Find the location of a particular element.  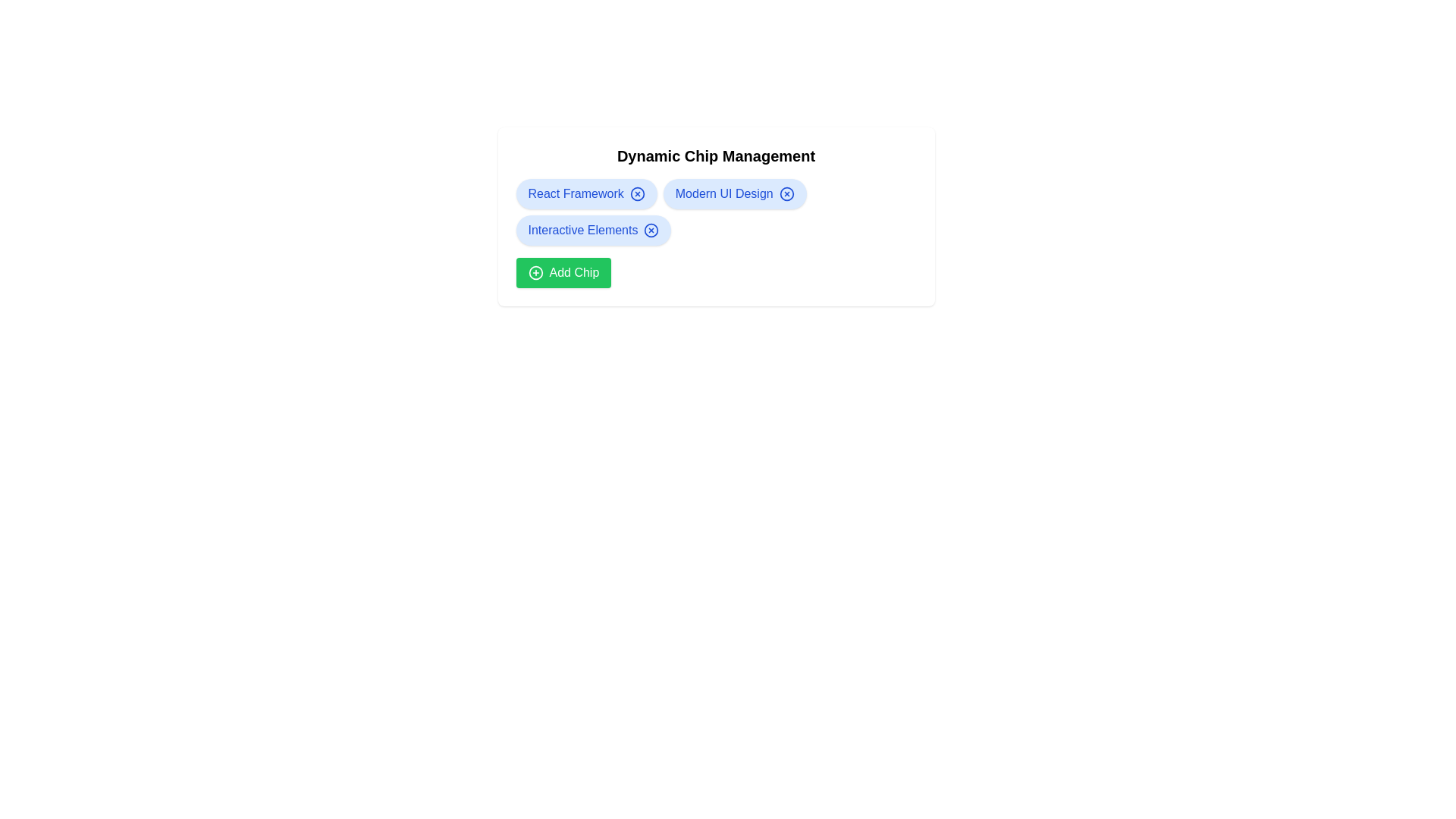

close button on the chip labeled React Framework to remove it is located at coordinates (637, 193).